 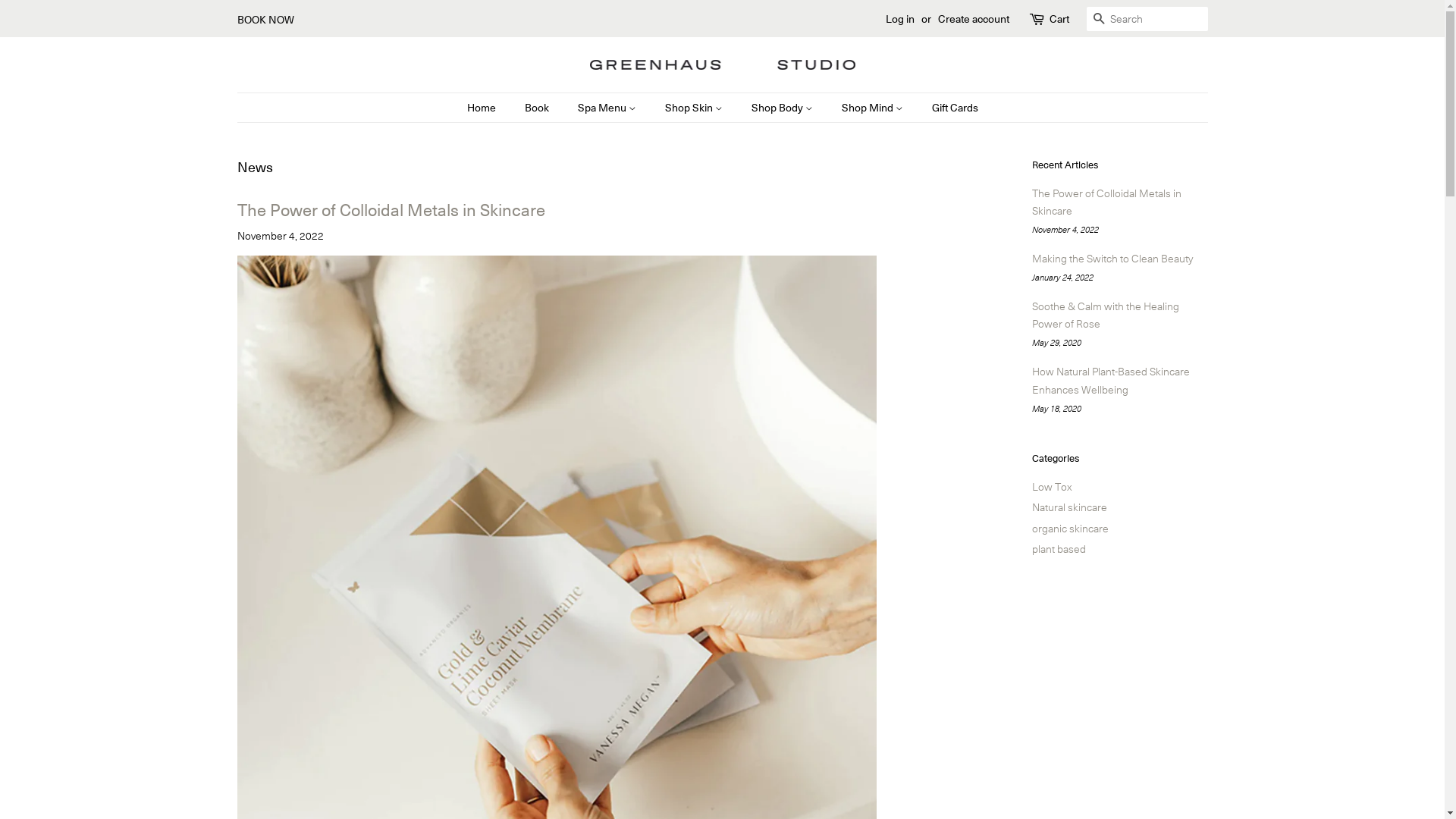 I want to click on 'Shop Body', so click(x=783, y=107).